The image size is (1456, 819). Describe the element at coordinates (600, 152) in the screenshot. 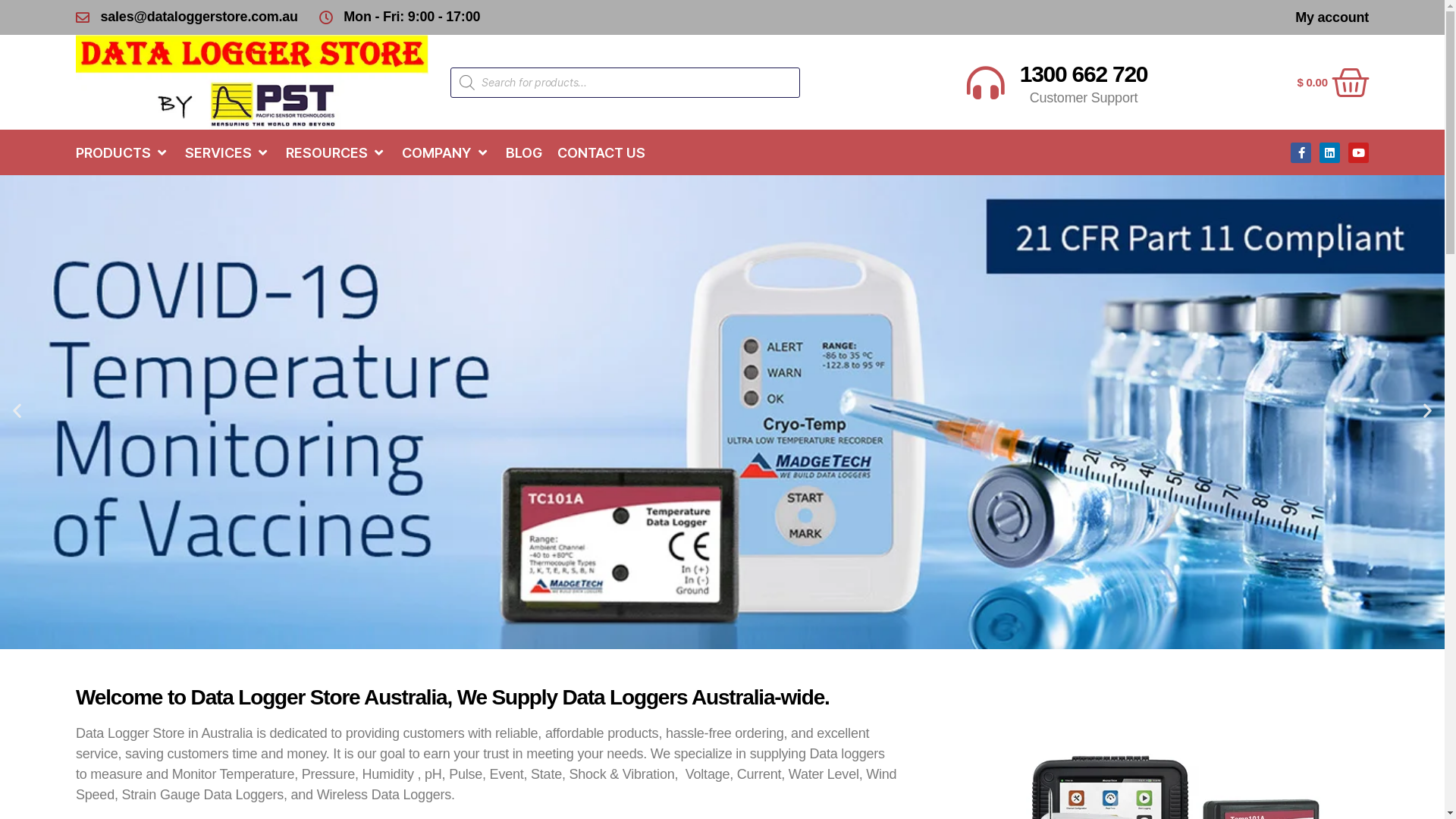

I see `'CONTACT US'` at that location.